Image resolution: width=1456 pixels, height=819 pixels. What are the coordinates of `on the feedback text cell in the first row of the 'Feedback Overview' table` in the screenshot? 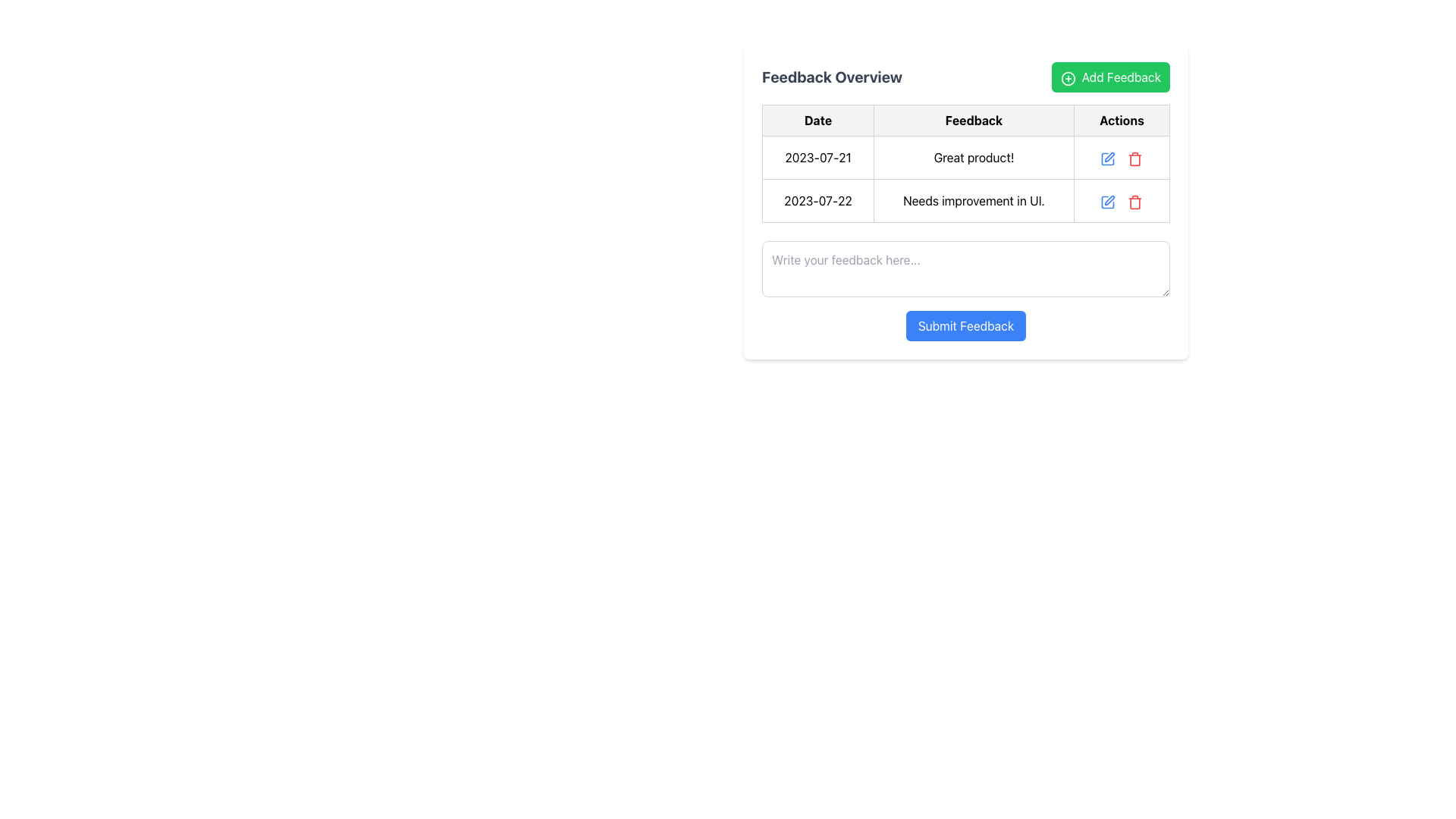 It's located at (965, 158).